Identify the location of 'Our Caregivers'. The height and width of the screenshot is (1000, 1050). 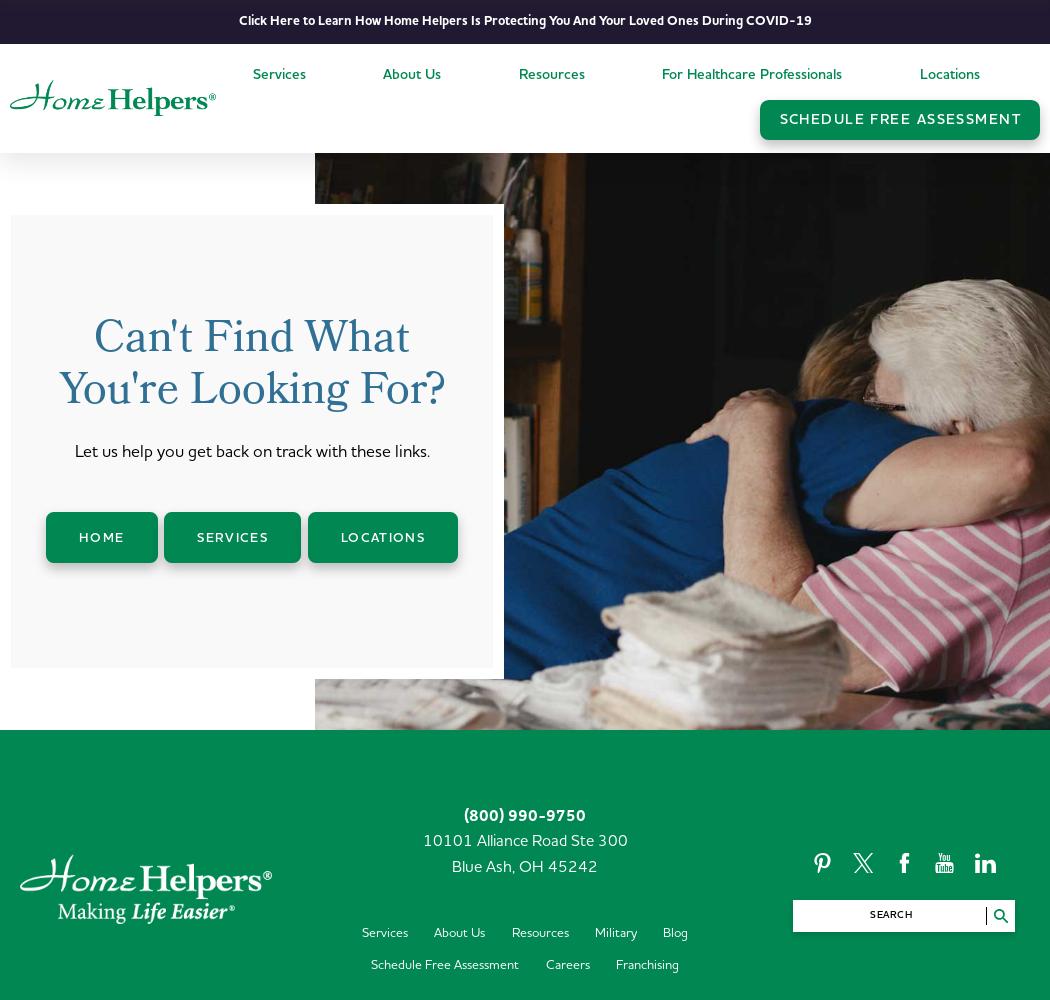
(432, 142).